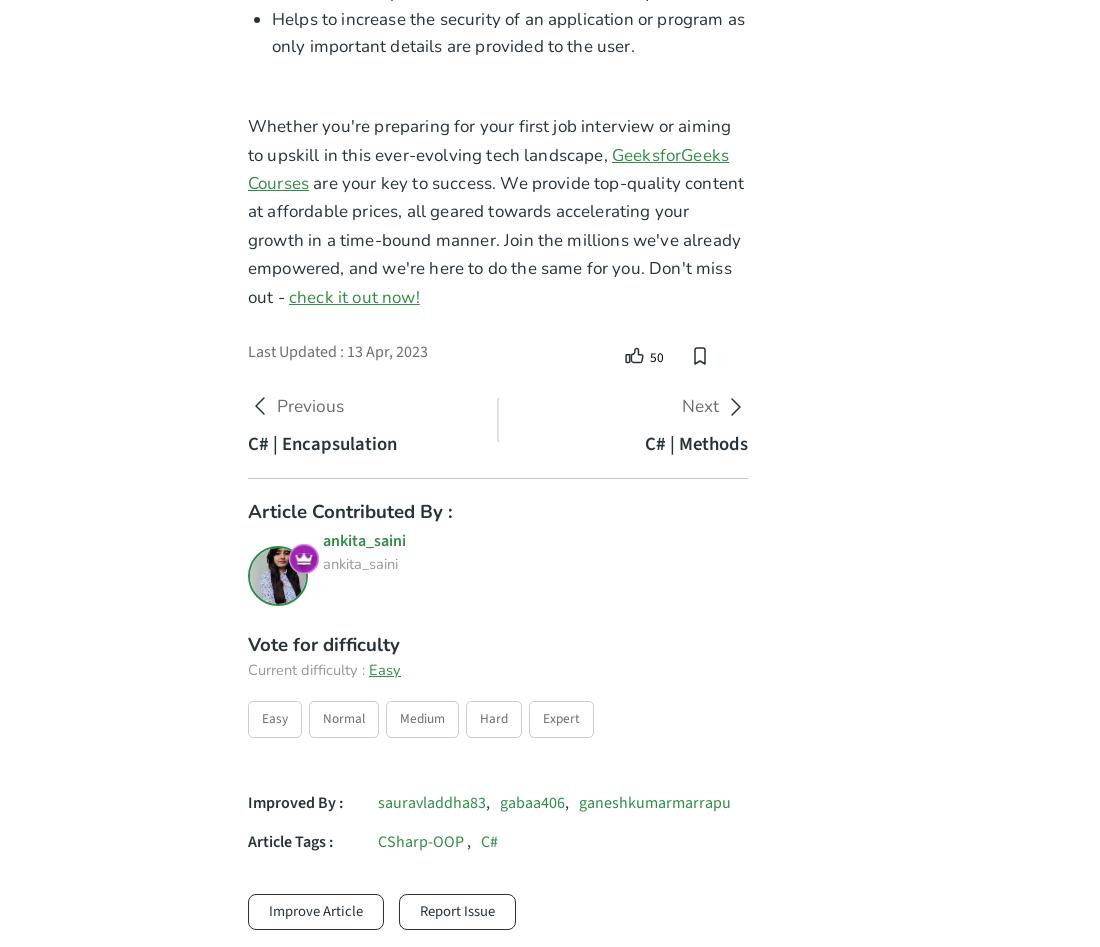  What do you see at coordinates (489, 841) in the screenshot?
I see `'C#'` at bounding box center [489, 841].